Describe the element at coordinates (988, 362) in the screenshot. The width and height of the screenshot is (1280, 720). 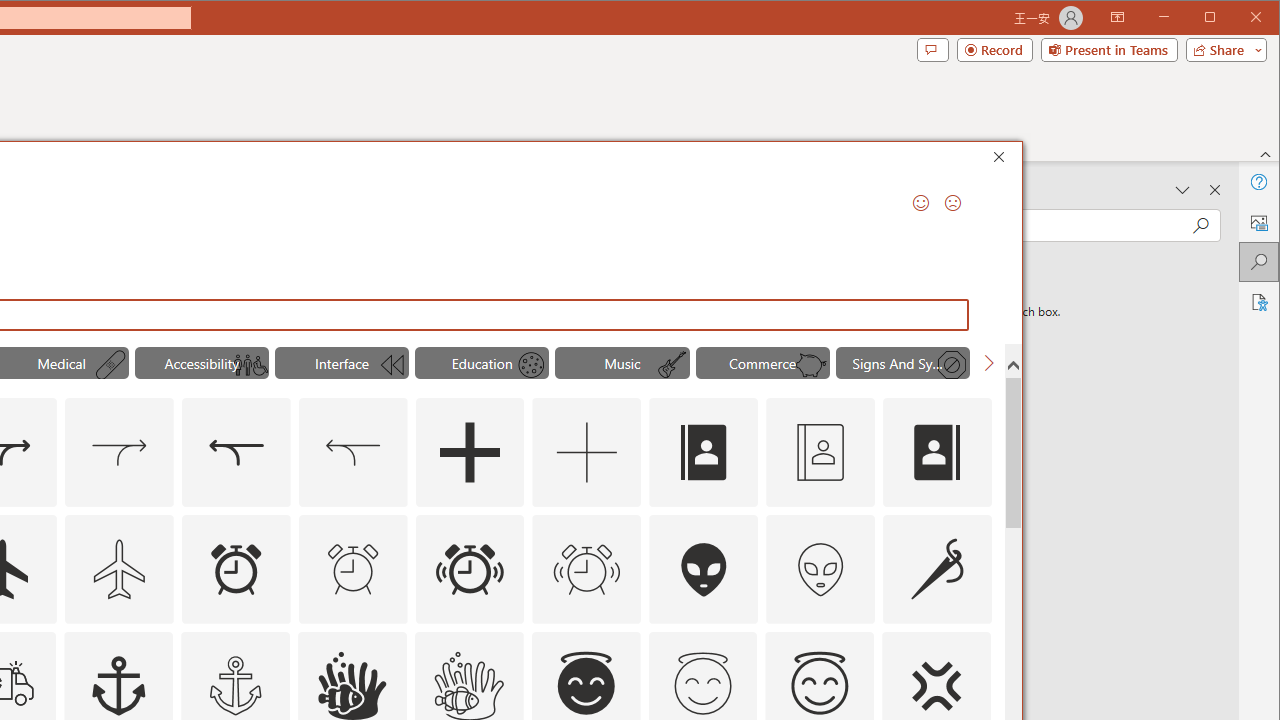
I see `'Next Search Suggestion'` at that location.